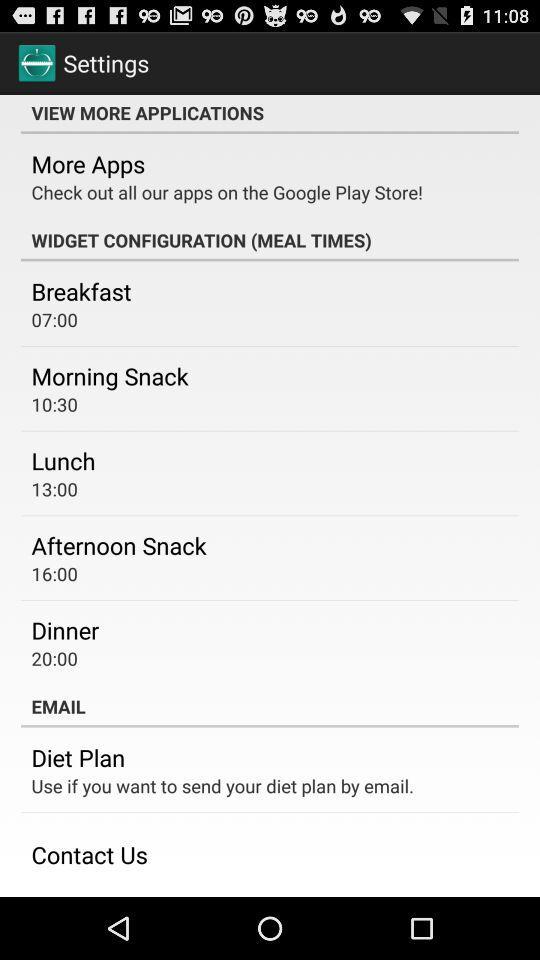 The width and height of the screenshot is (540, 960). I want to click on the item above check out all icon, so click(87, 162).